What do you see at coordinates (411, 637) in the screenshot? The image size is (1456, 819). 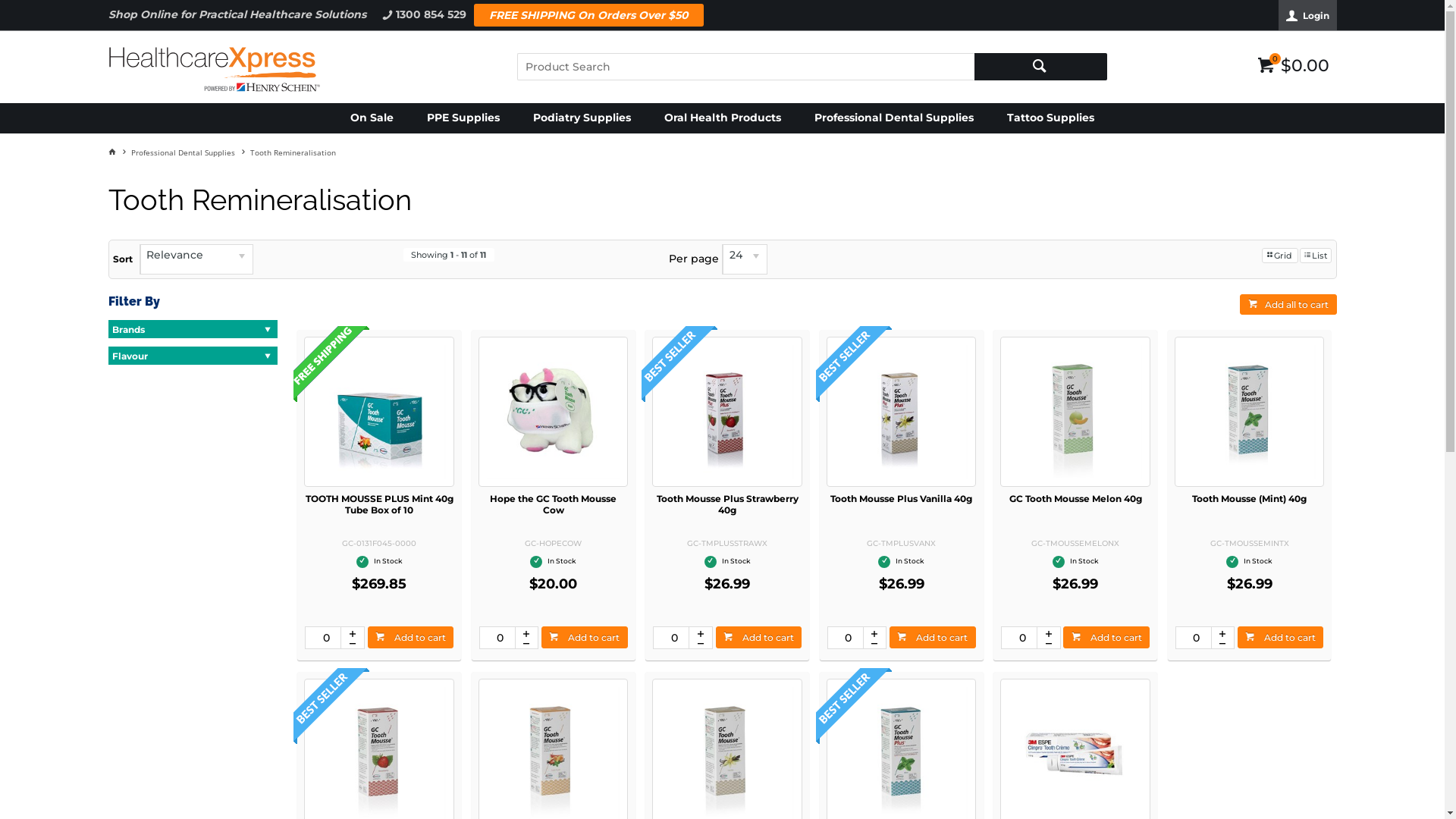 I see `'Add to cart'` at bounding box center [411, 637].